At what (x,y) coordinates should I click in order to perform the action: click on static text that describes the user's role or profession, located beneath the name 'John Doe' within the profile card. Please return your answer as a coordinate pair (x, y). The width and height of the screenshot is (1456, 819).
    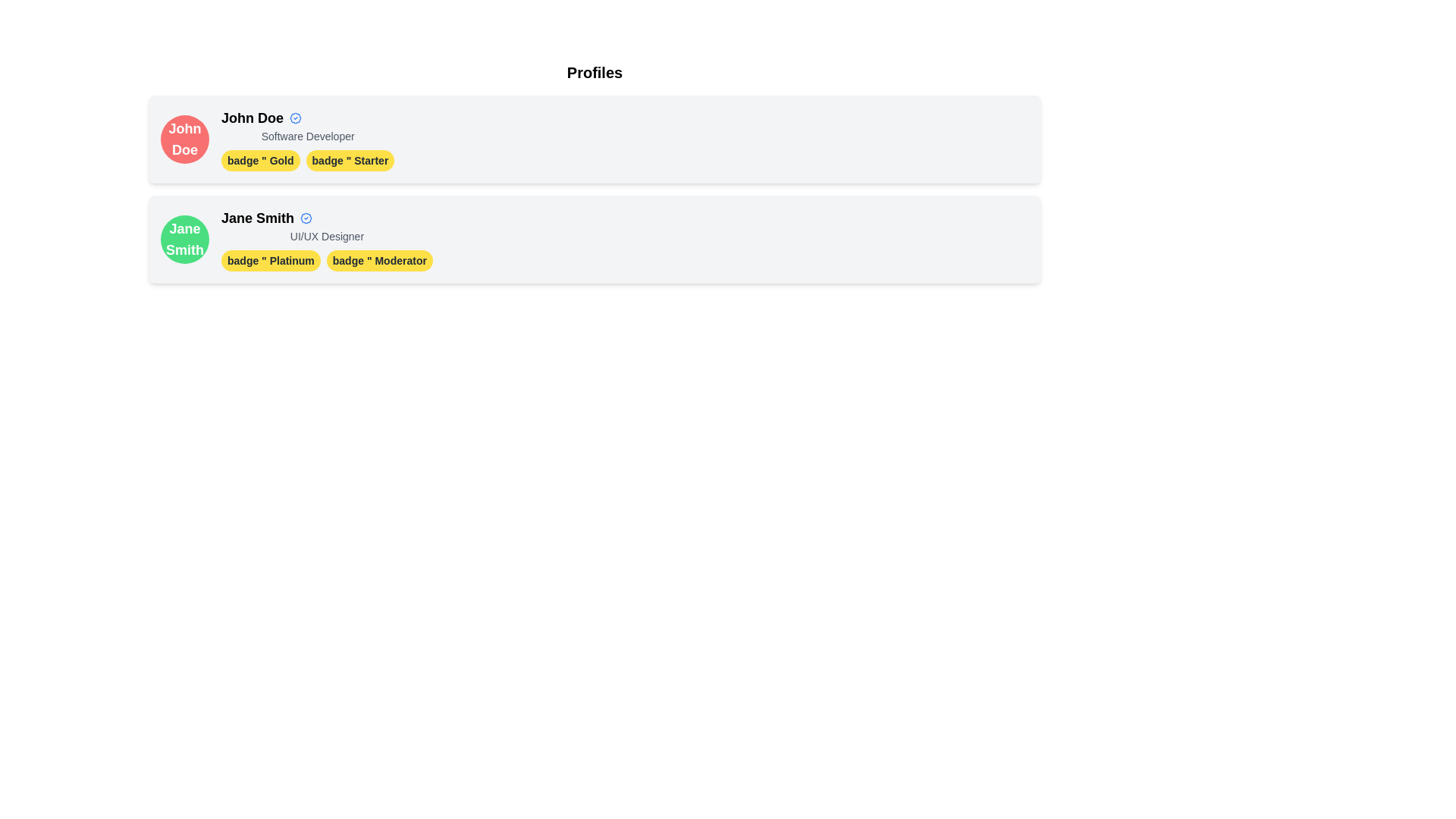
    Looking at the image, I should click on (307, 136).